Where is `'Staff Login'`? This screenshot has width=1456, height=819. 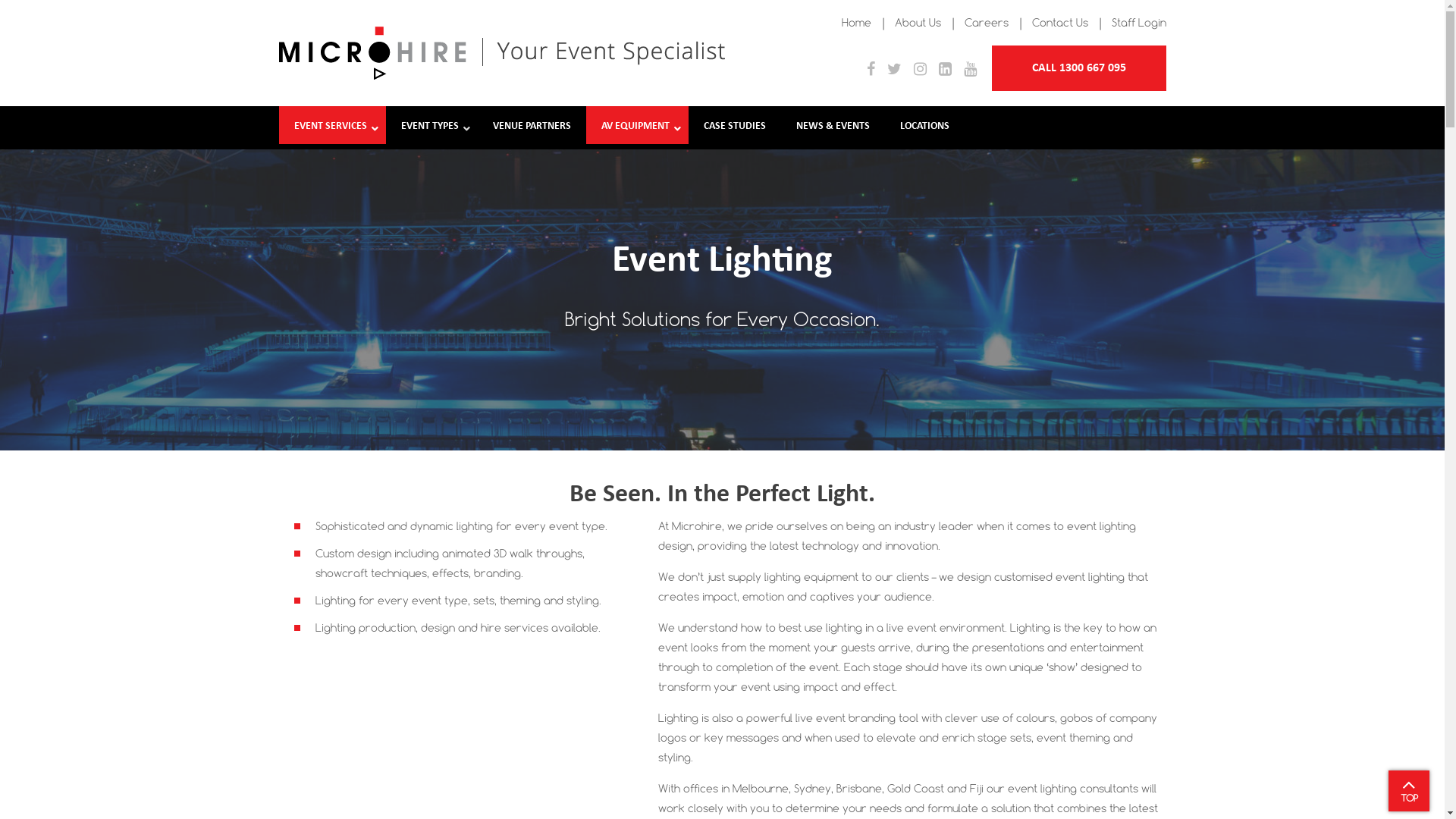
'Staff Login' is located at coordinates (1139, 22).